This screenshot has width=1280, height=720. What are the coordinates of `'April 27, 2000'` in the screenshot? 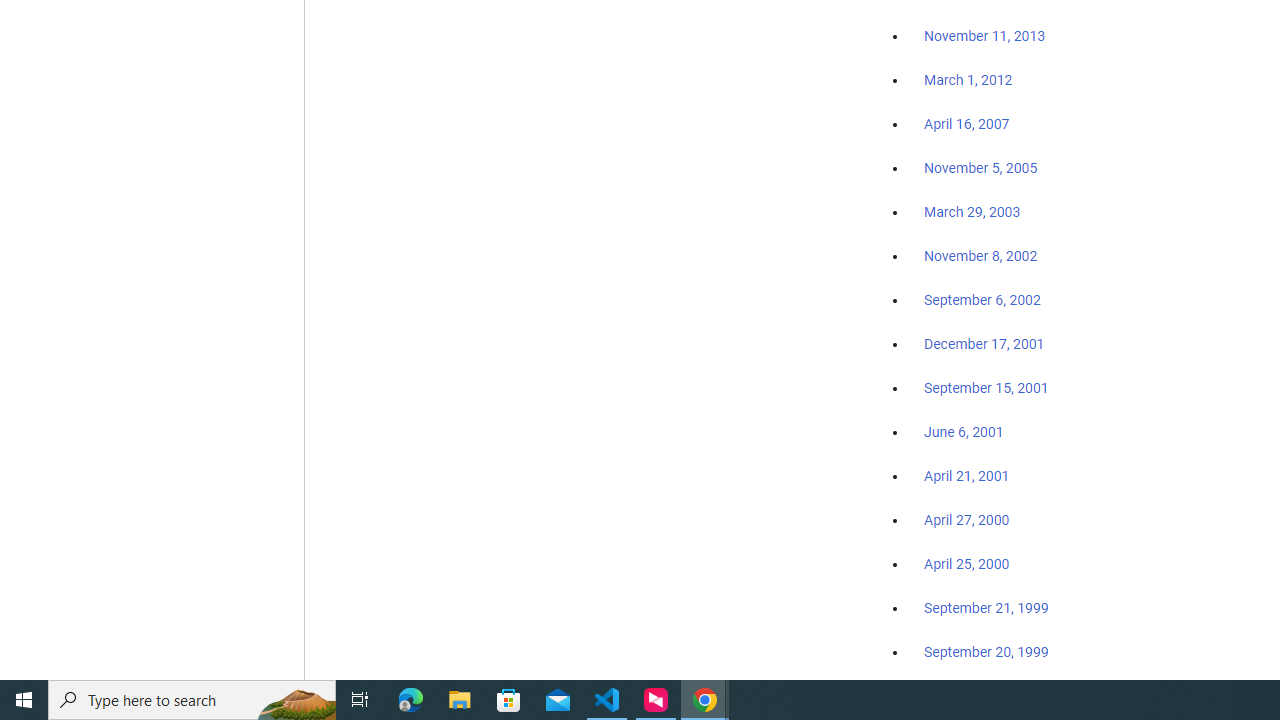 It's located at (967, 519).